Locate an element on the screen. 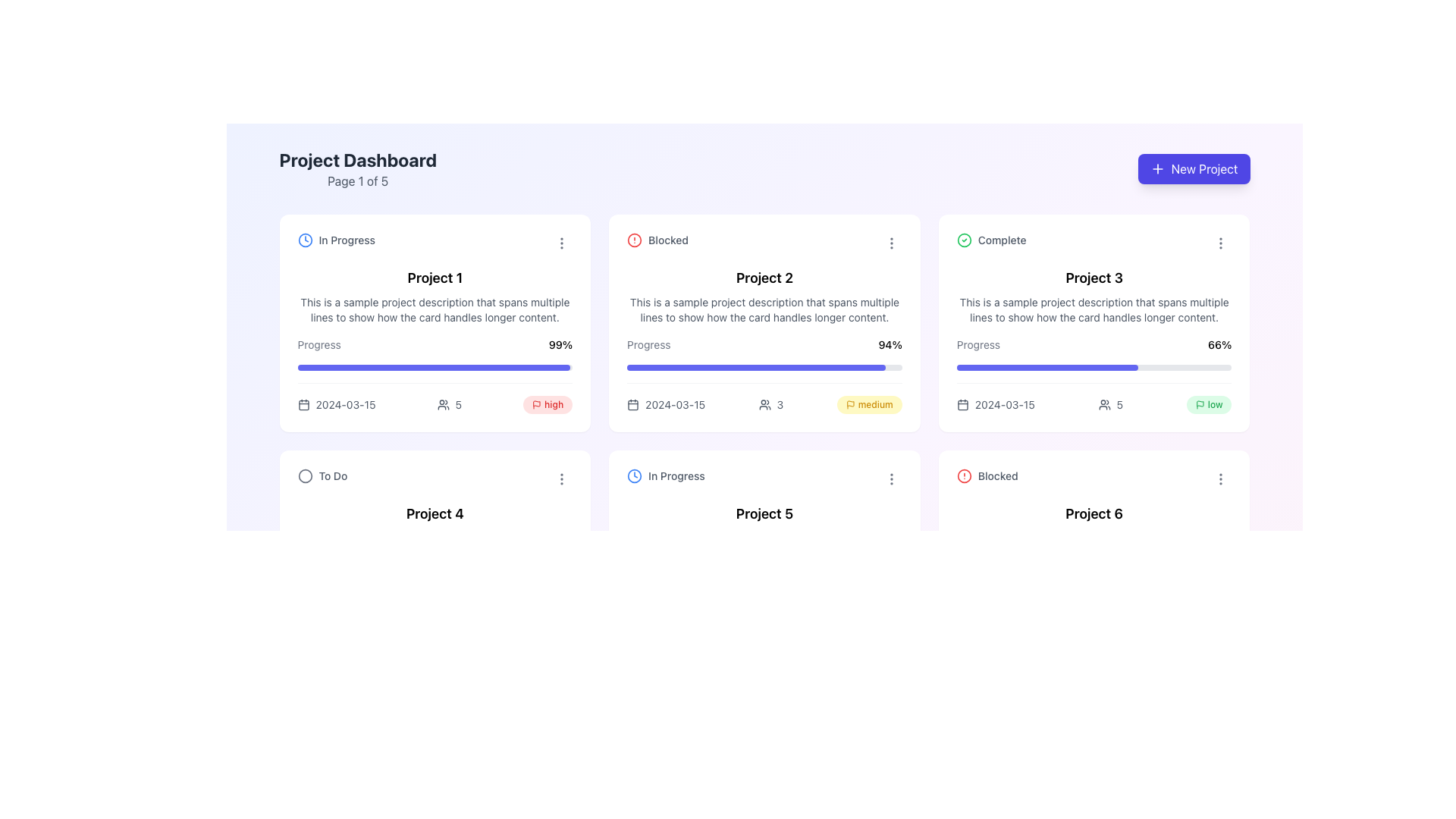  the fourth project card in the dashboard if it is enabled is located at coordinates (434, 559).